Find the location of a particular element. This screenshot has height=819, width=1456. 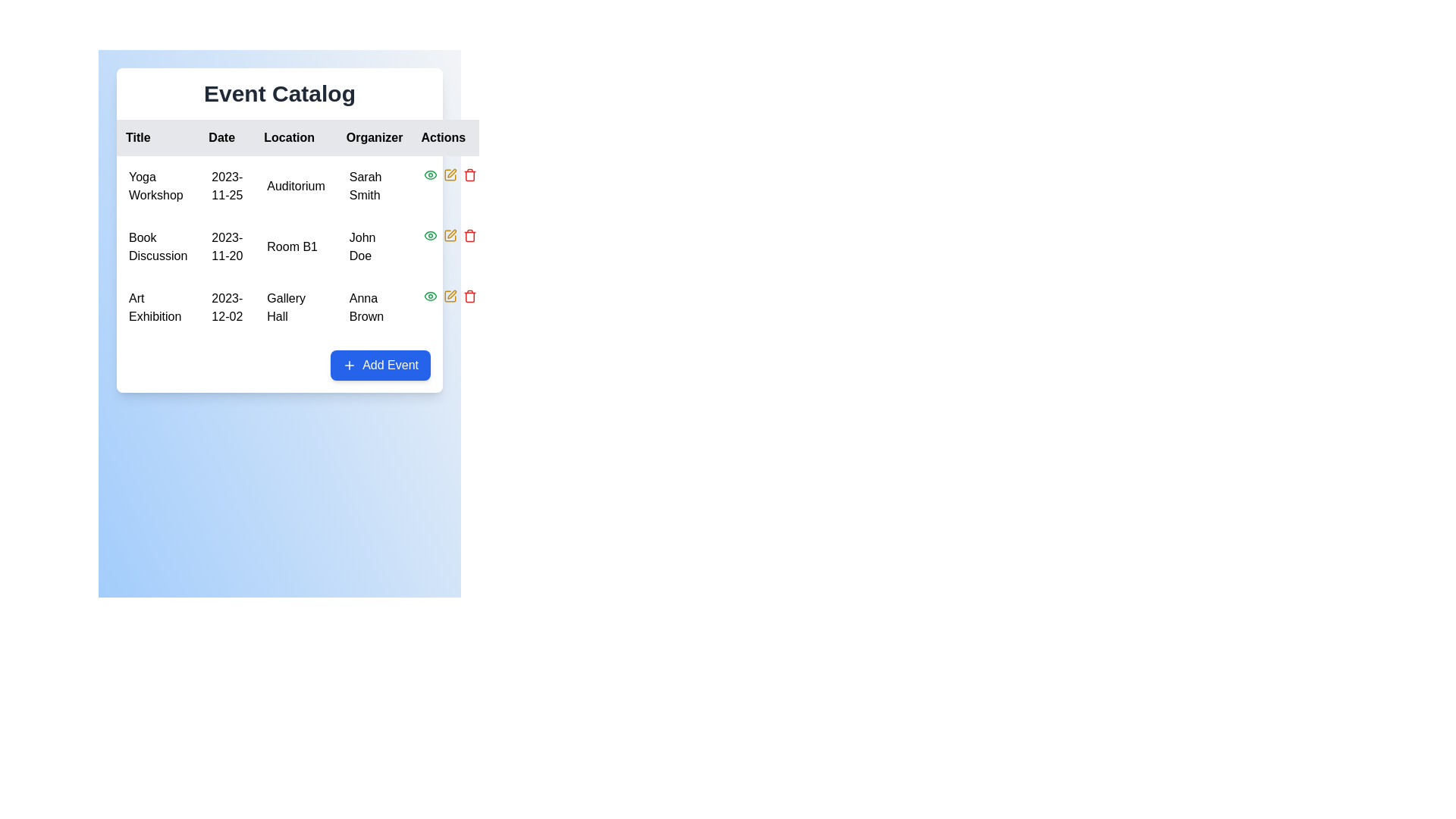

the edit icon button, which is a yellow outlined square with a pencil symbol, located in the 'Actions' column of the second row of the table is located at coordinates (450, 236).